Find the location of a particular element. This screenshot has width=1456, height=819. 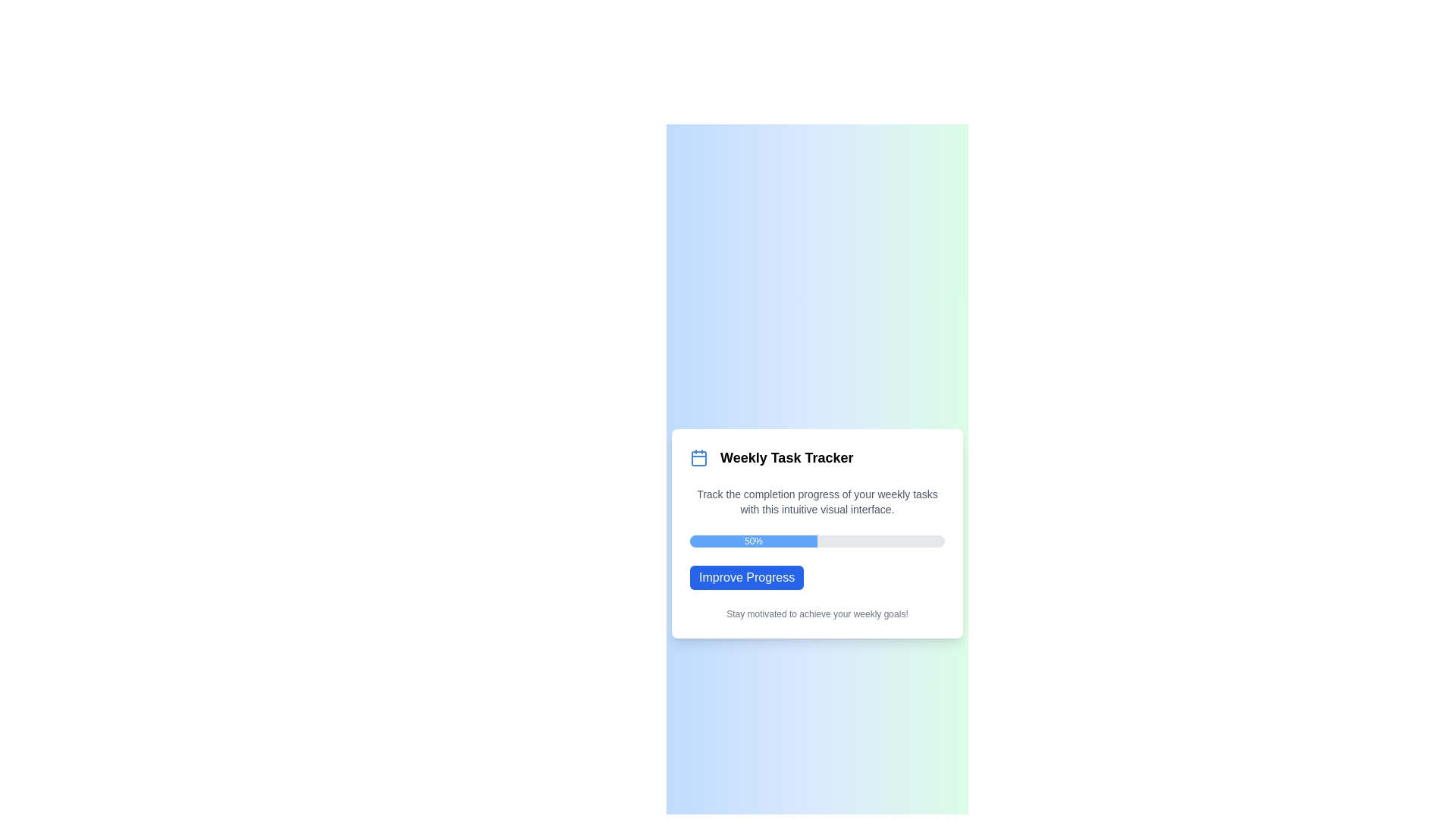

the Heading with icon that serves as the title for the task tracker card, located at the top of the card is located at coordinates (817, 457).